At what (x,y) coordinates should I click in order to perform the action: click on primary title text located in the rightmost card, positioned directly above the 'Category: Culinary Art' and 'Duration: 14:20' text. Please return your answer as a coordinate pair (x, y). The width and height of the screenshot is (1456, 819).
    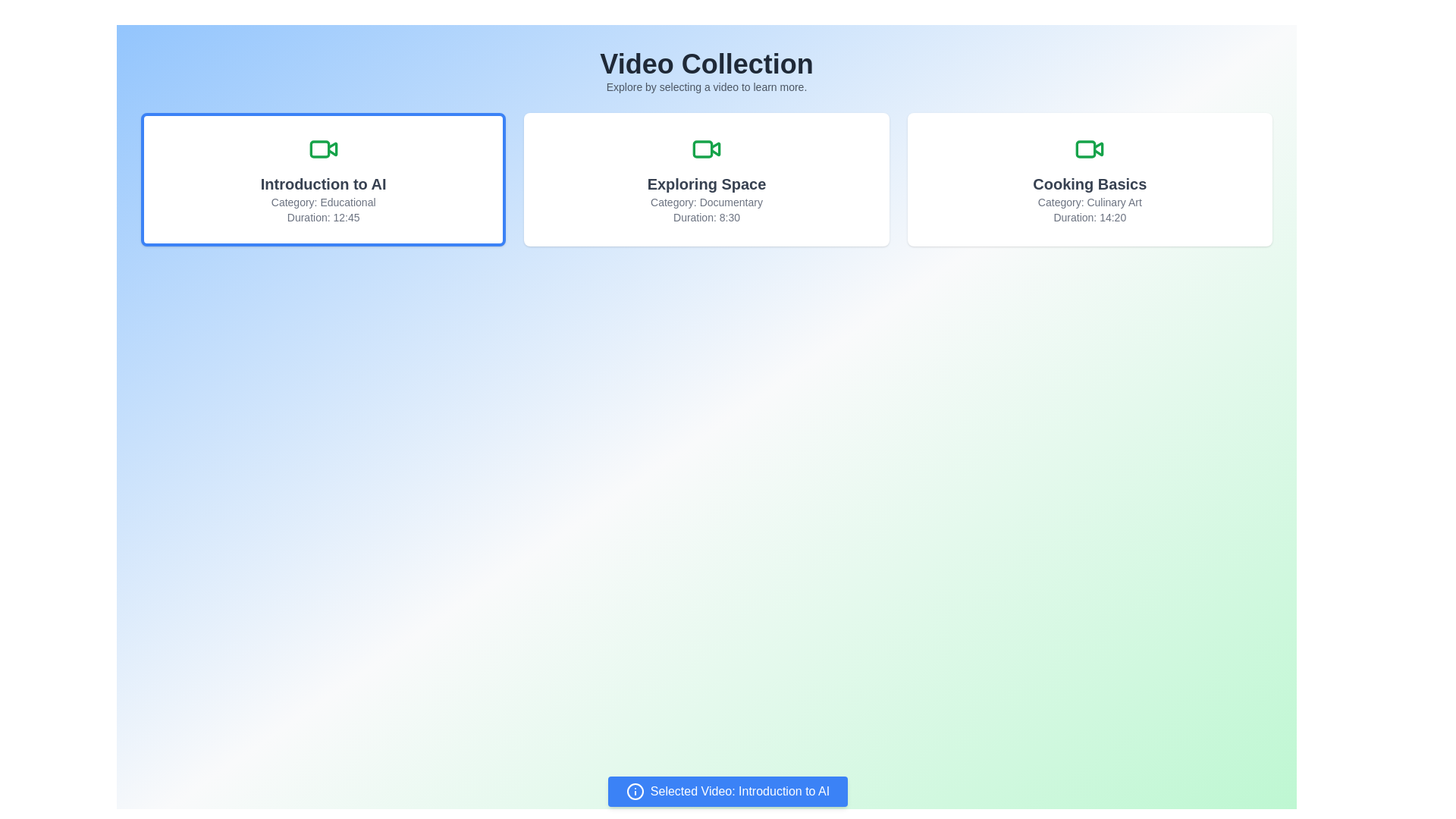
    Looking at the image, I should click on (1089, 184).